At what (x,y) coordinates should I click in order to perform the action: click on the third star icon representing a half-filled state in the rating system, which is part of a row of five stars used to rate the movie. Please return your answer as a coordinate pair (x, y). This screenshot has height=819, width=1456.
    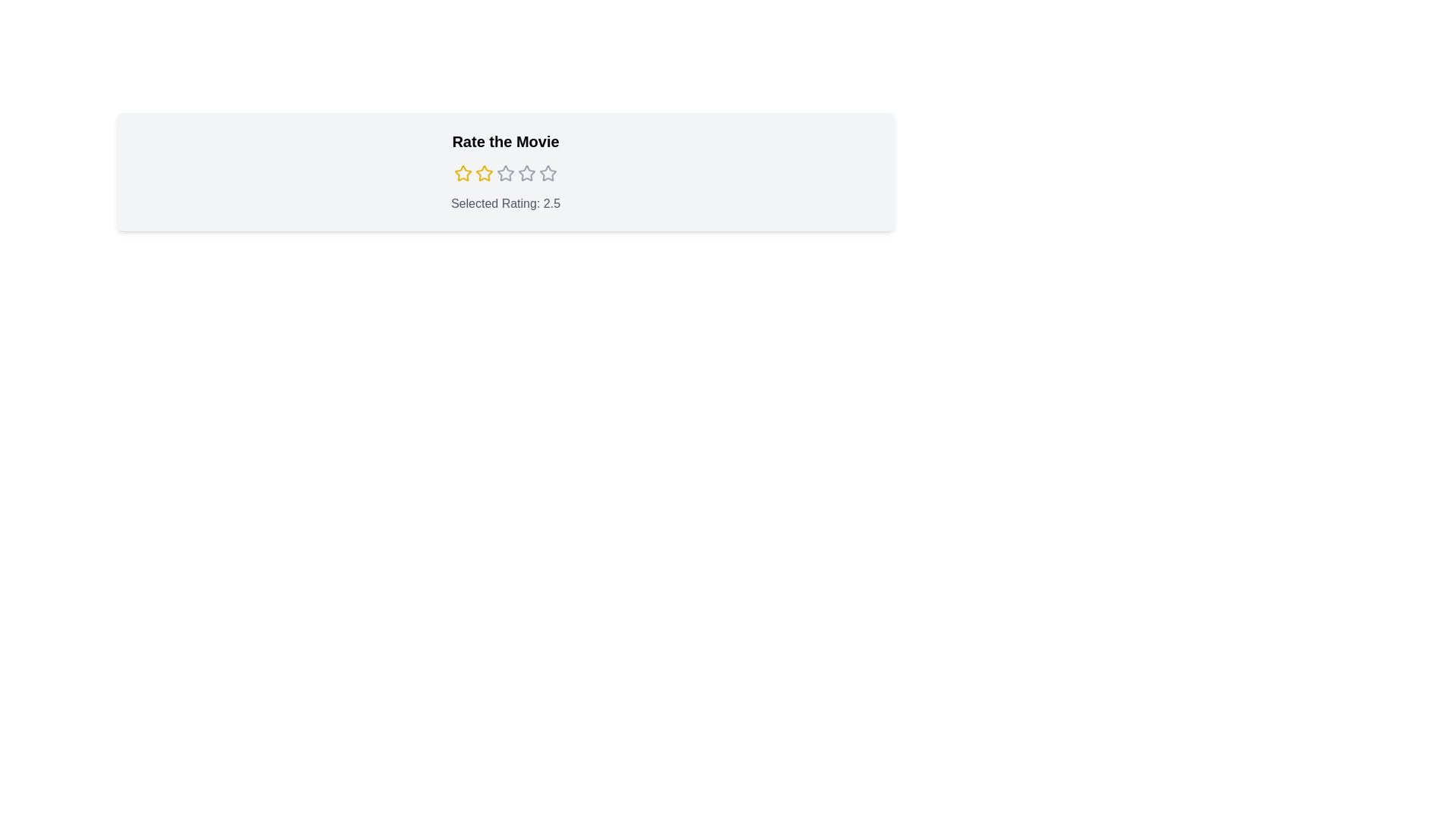
    Looking at the image, I should click on (527, 172).